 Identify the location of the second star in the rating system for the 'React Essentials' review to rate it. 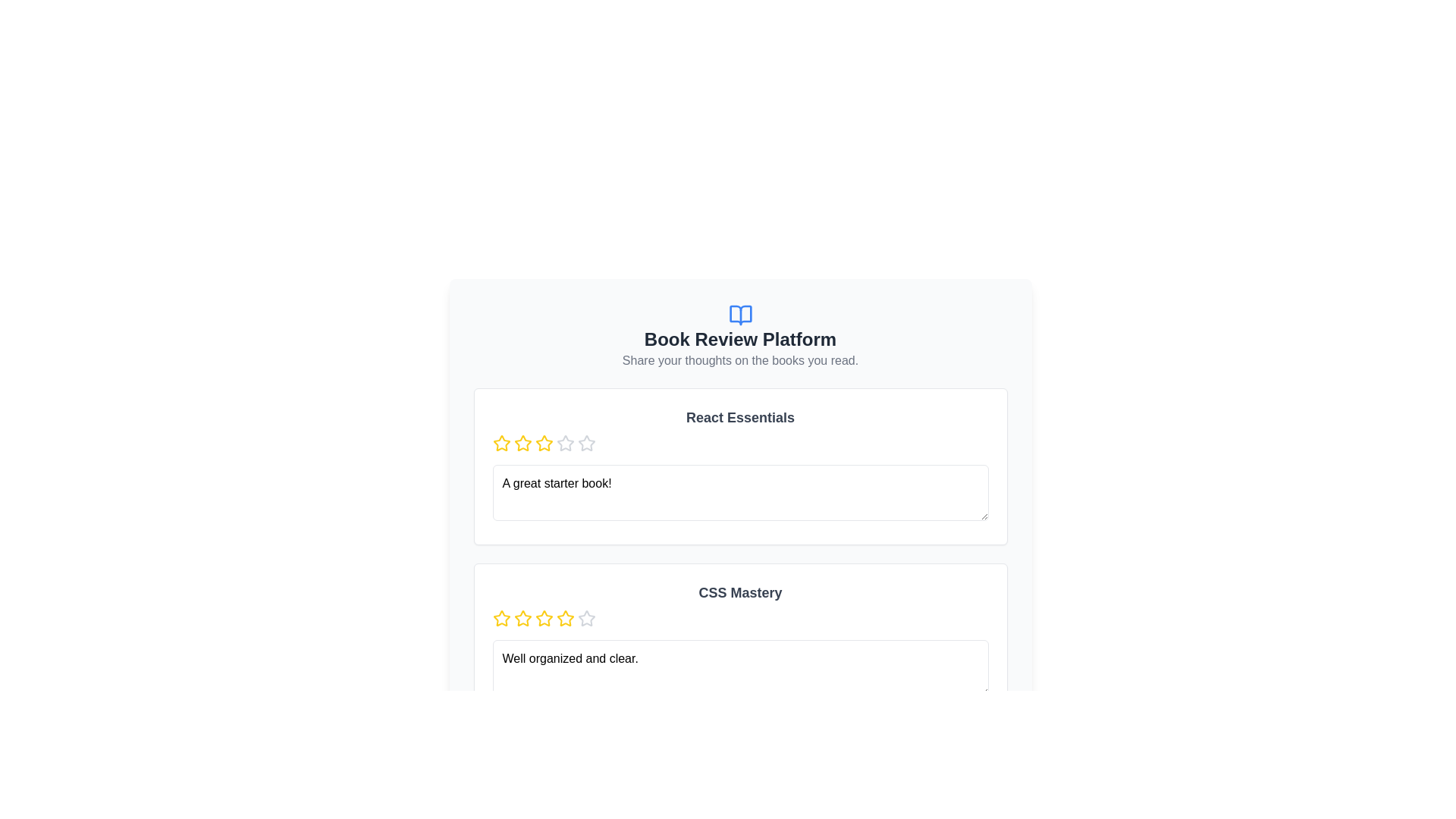
(544, 443).